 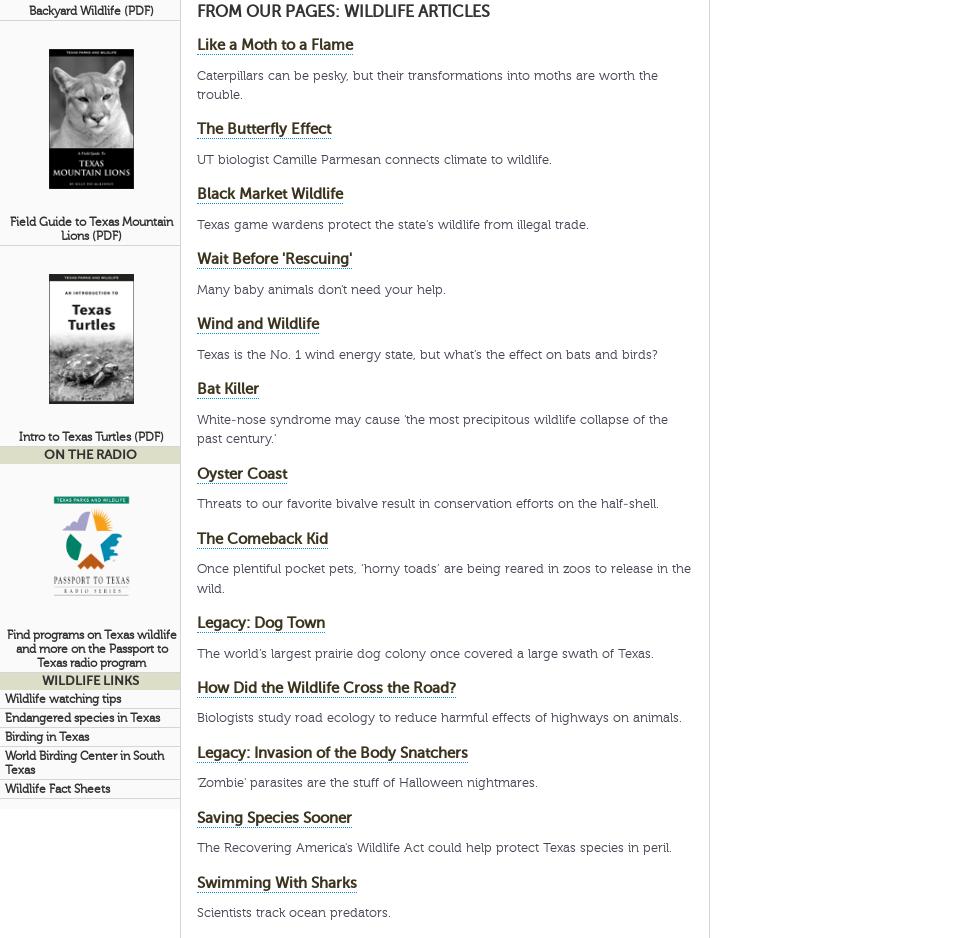 What do you see at coordinates (273, 816) in the screenshot?
I see `'Saving Species Sooner'` at bounding box center [273, 816].